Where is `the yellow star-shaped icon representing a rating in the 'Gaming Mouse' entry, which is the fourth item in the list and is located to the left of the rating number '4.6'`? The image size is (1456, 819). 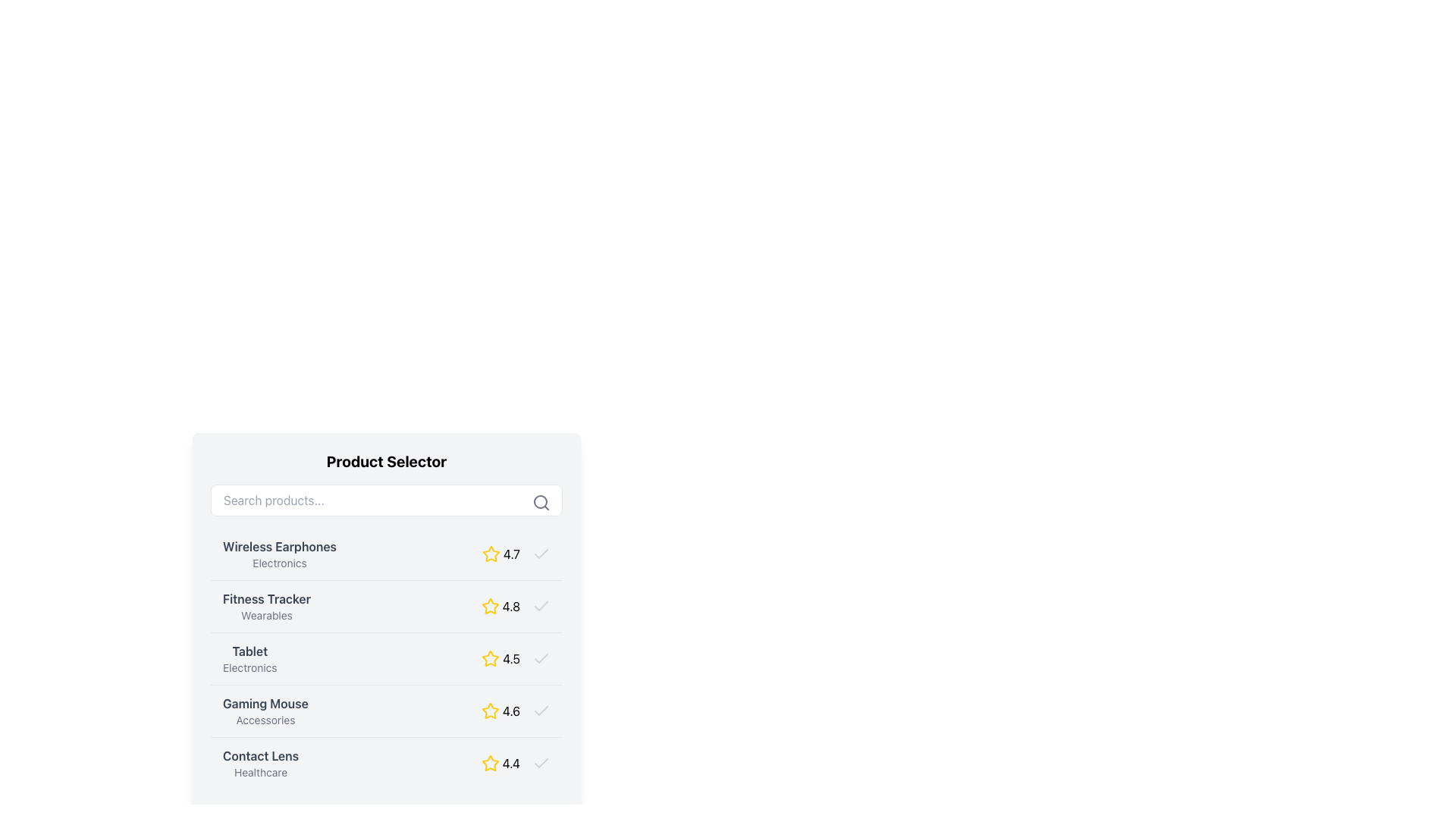 the yellow star-shaped icon representing a rating in the 'Gaming Mouse' entry, which is the fourth item in the list and is located to the left of the rating number '4.6' is located at coordinates (490, 711).